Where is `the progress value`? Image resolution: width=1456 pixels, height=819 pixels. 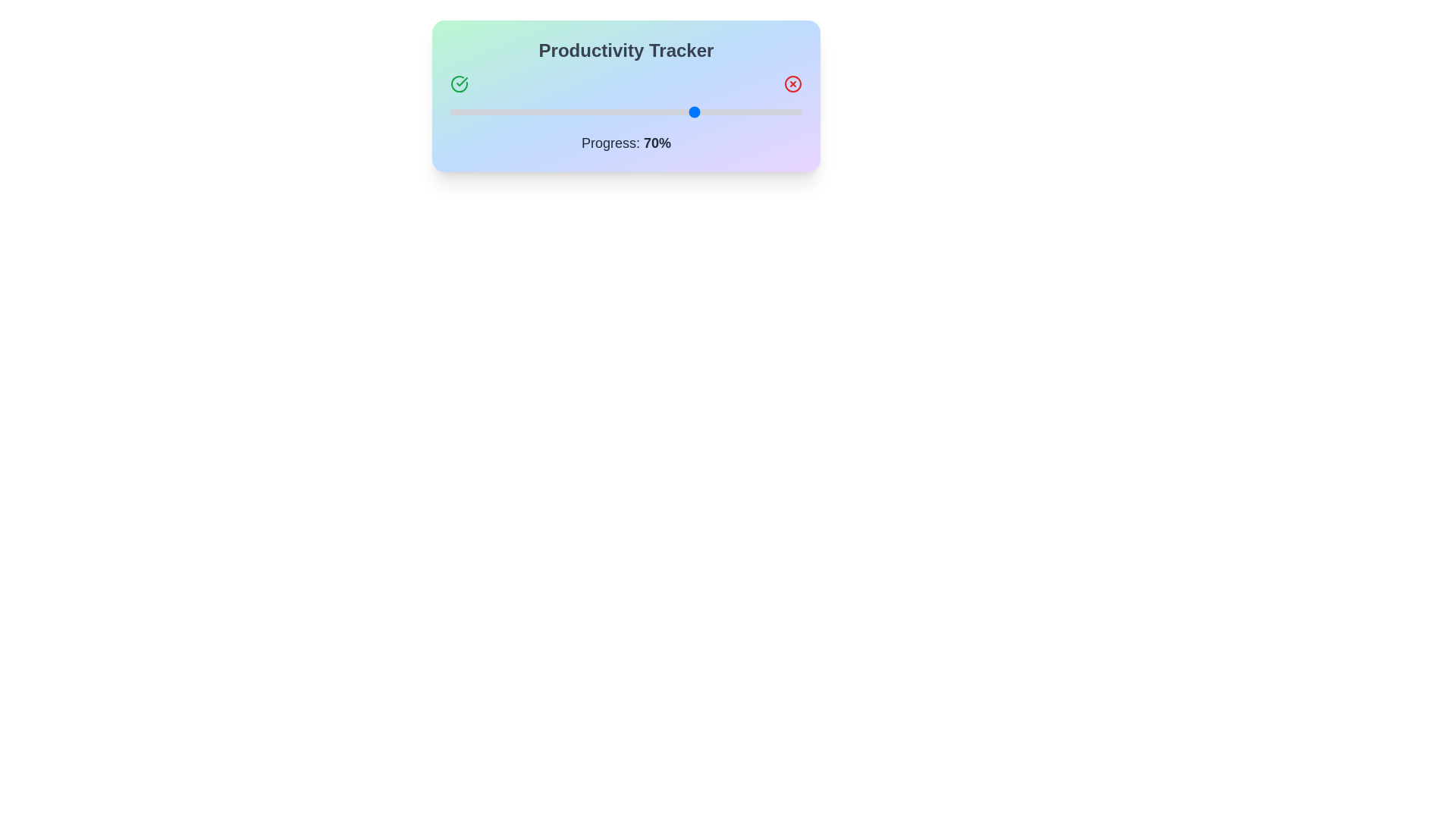
the progress value is located at coordinates (749, 111).